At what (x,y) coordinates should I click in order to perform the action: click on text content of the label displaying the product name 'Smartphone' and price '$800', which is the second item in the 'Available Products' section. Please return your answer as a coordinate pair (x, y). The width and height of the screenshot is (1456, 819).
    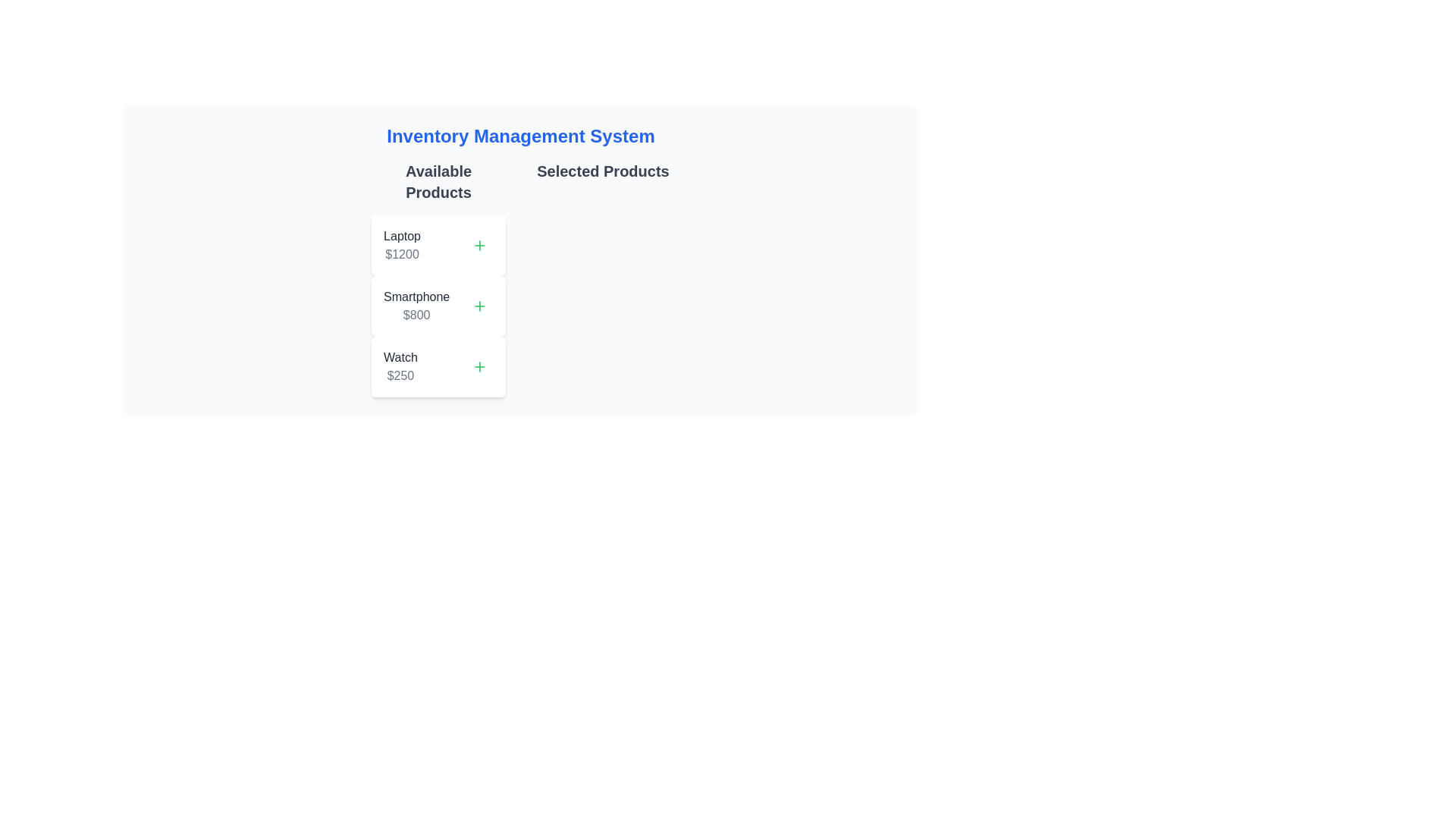
    Looking at the image, I should click on (416, 306).